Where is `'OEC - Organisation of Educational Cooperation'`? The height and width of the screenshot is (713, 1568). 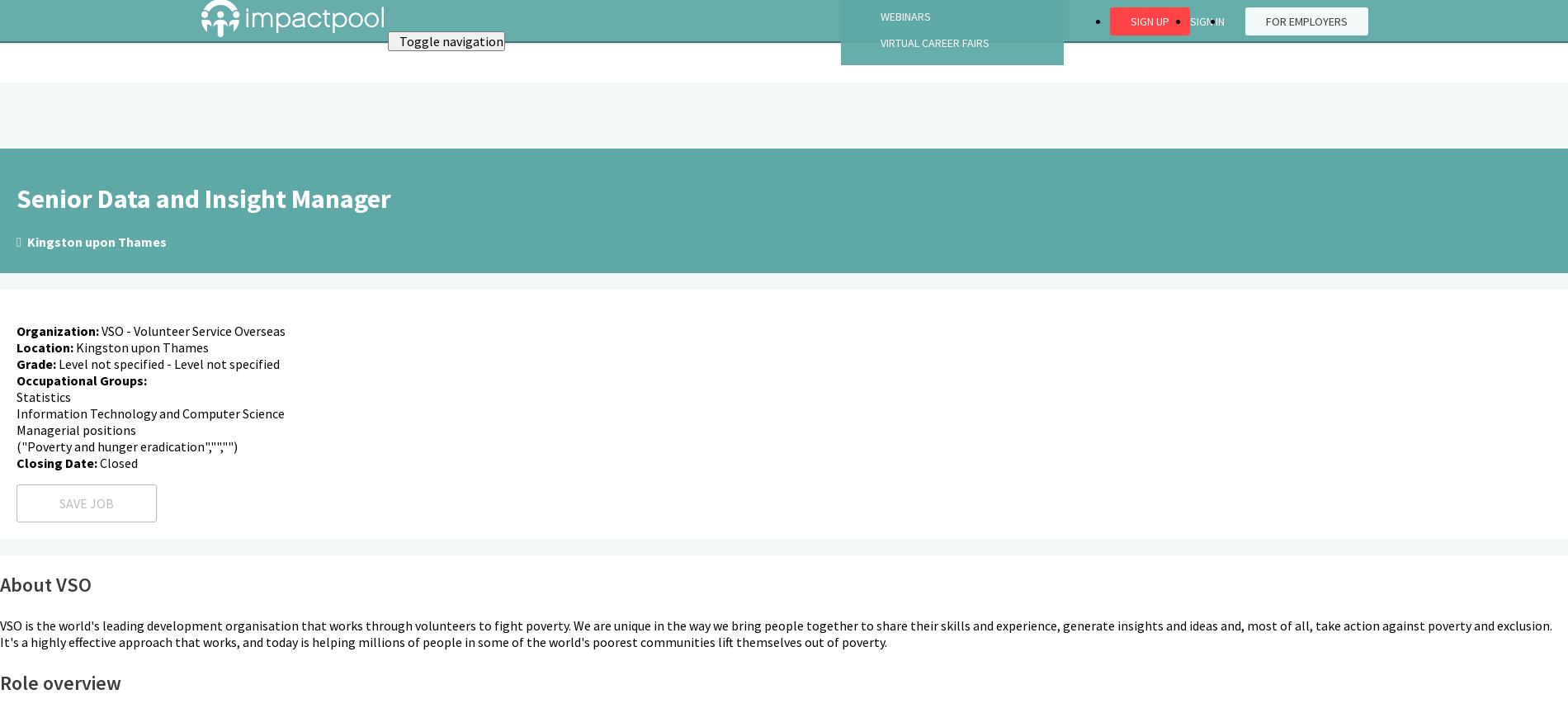 'OEC - Organisation of Educational Cooperation' is located at coordinates (163, 537).